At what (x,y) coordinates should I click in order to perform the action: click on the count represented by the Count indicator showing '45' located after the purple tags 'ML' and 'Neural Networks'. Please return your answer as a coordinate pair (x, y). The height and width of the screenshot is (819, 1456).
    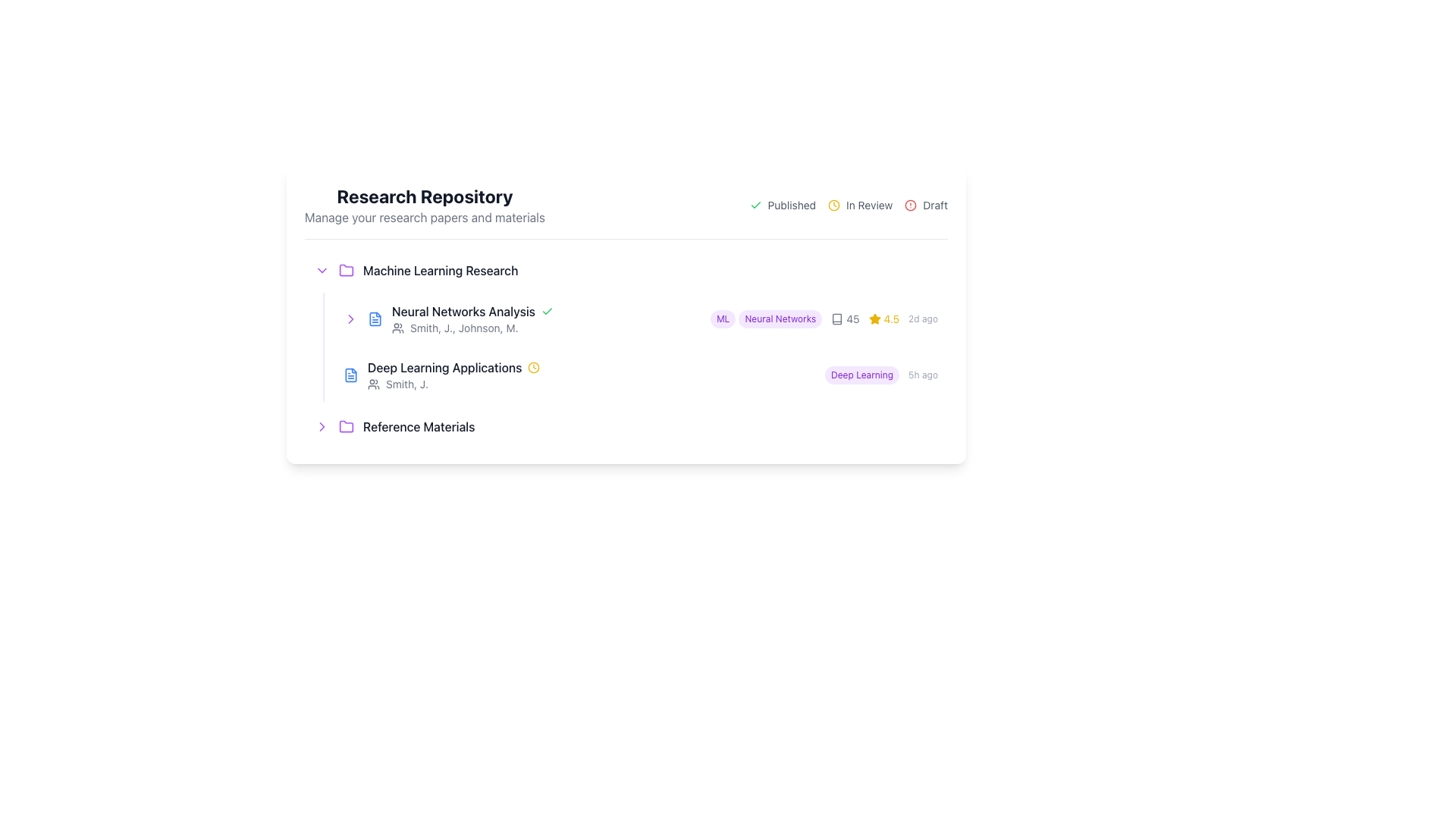
    Looking at the image, I should click on (844, 318).